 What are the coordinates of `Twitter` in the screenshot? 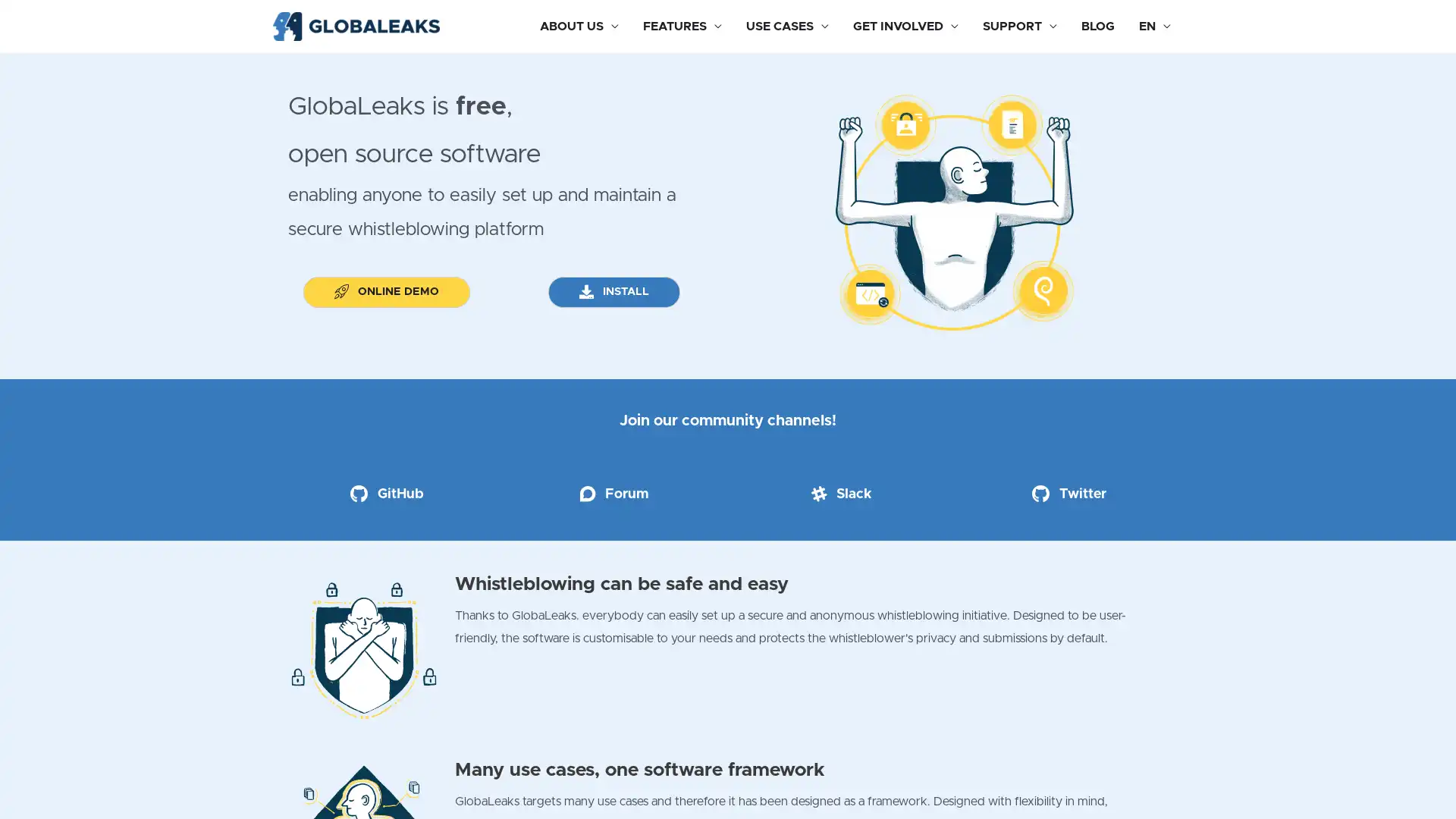 It's located at (1068, 494).